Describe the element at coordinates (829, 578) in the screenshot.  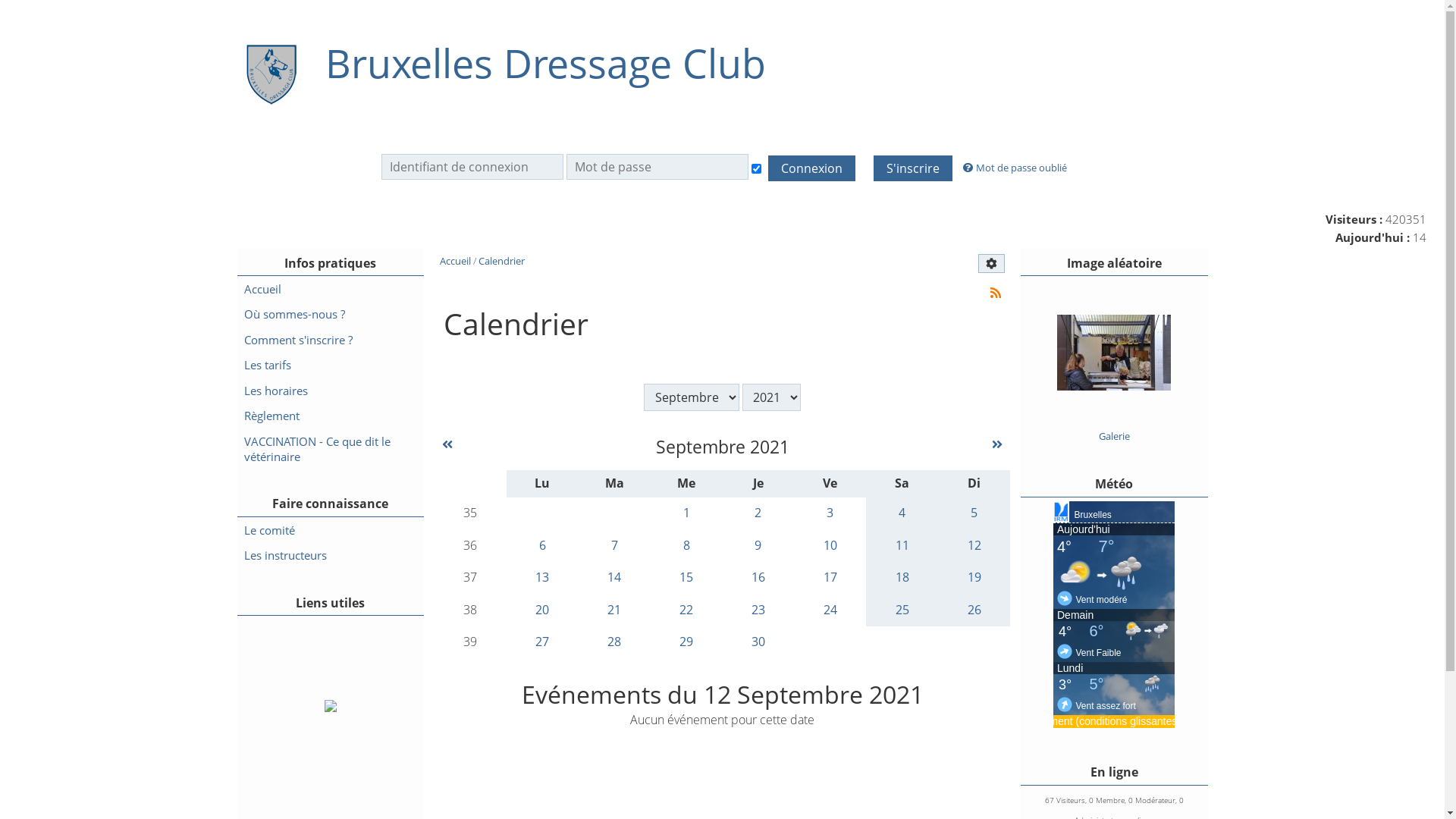
I see `'17'` at that location.